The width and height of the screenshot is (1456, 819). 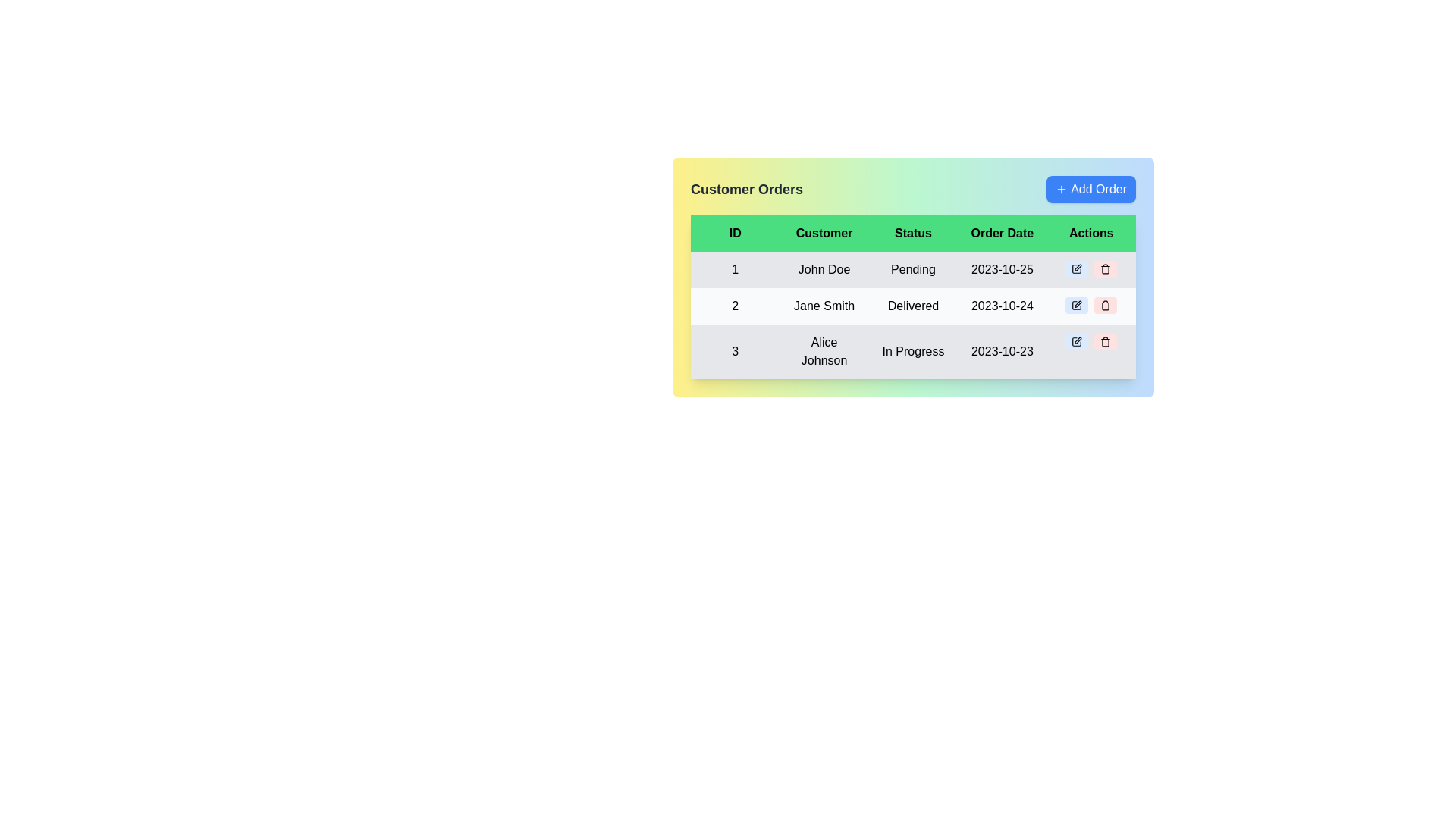 I want to click on the edit button in the 'Actions' column of the second row in the 'Customer Orders' table to initiate the edit action, so click(x=1076, y=305).